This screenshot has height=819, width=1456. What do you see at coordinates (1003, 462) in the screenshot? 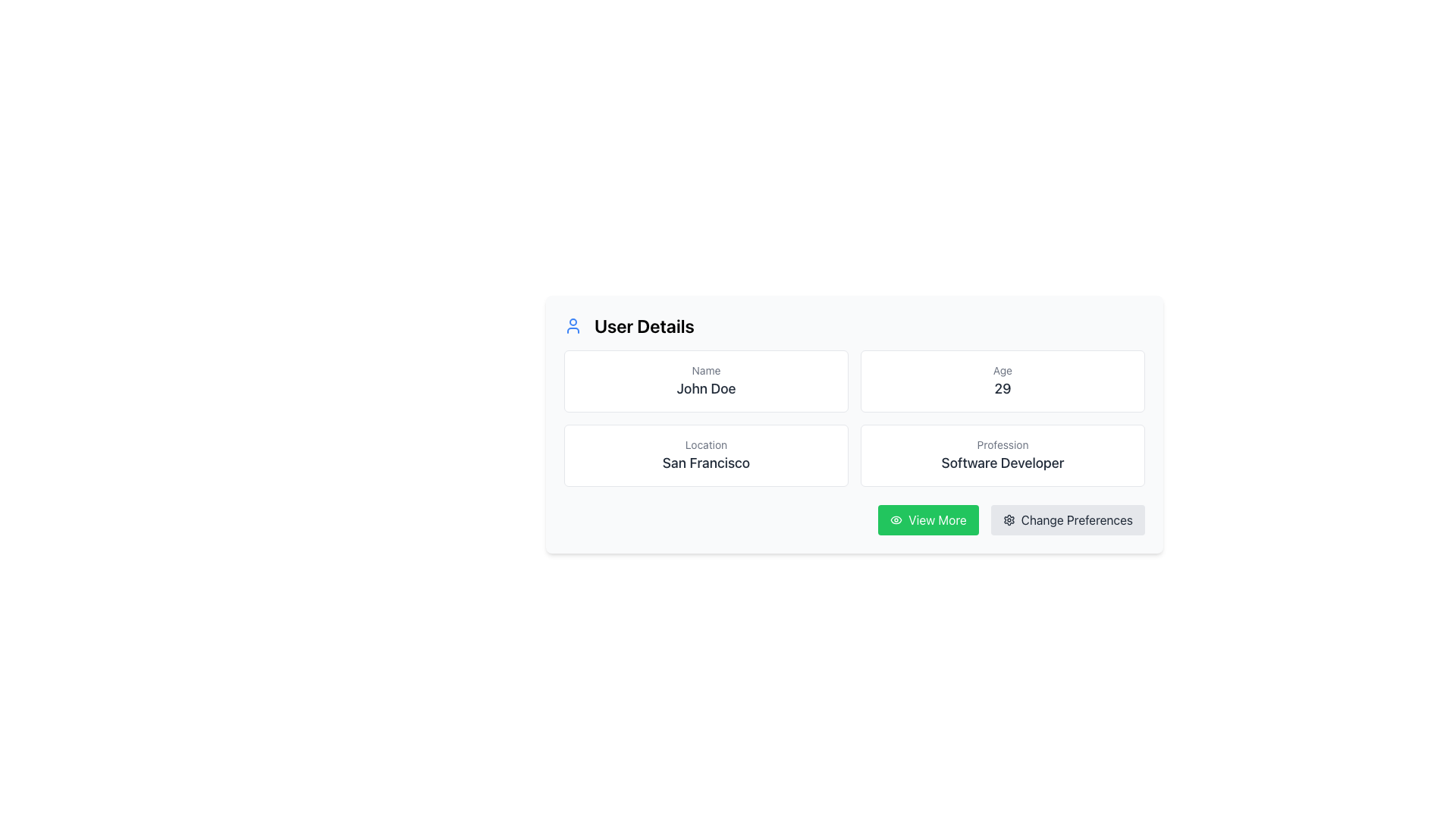
I see `the Label displaying the user's profession in the 'User Details' section, positioned below '29' and to the right of 'San Francisco'` at bounding box center [1003, 462].